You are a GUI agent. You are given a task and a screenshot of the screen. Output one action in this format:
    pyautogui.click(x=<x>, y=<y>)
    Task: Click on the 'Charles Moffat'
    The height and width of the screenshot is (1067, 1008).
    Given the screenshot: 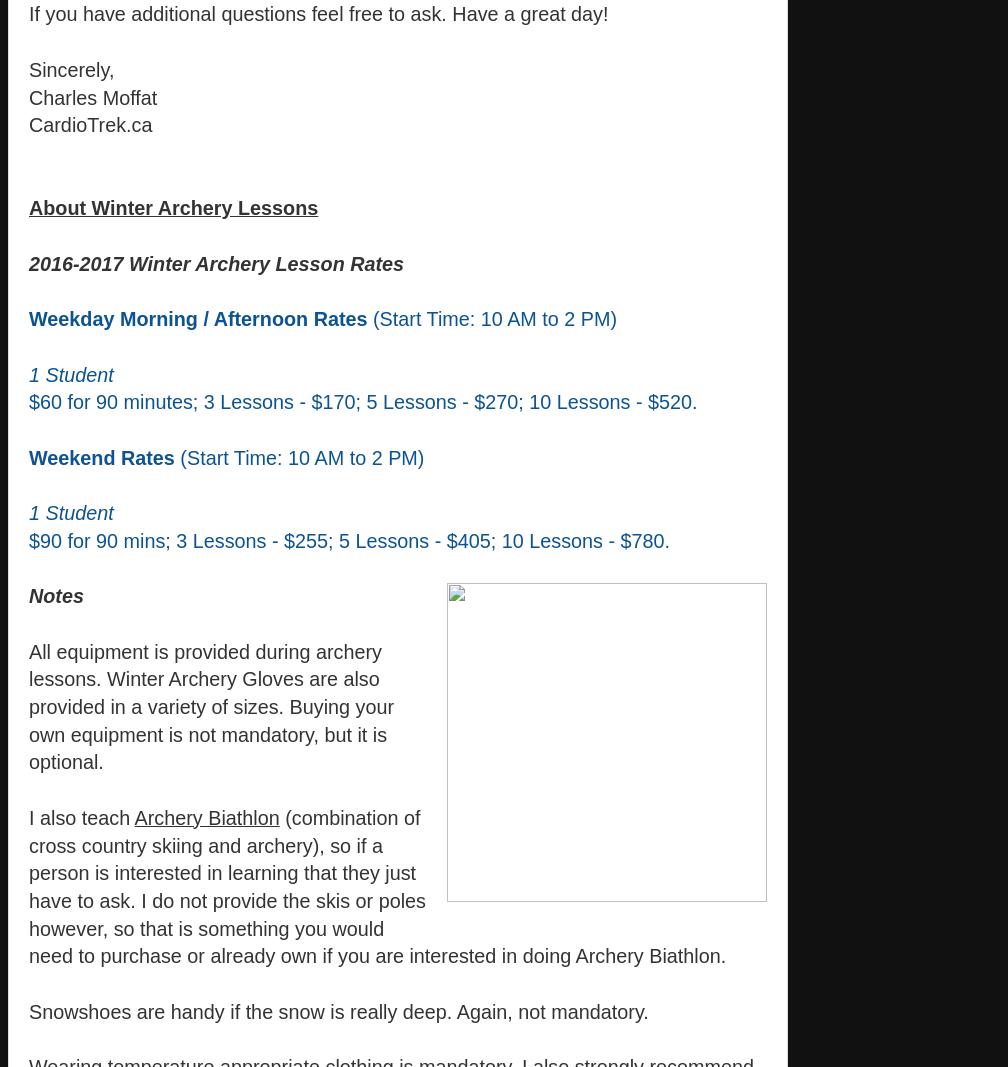 What is the action you would take?
    pyautogui.click(x=29, y=95)
    